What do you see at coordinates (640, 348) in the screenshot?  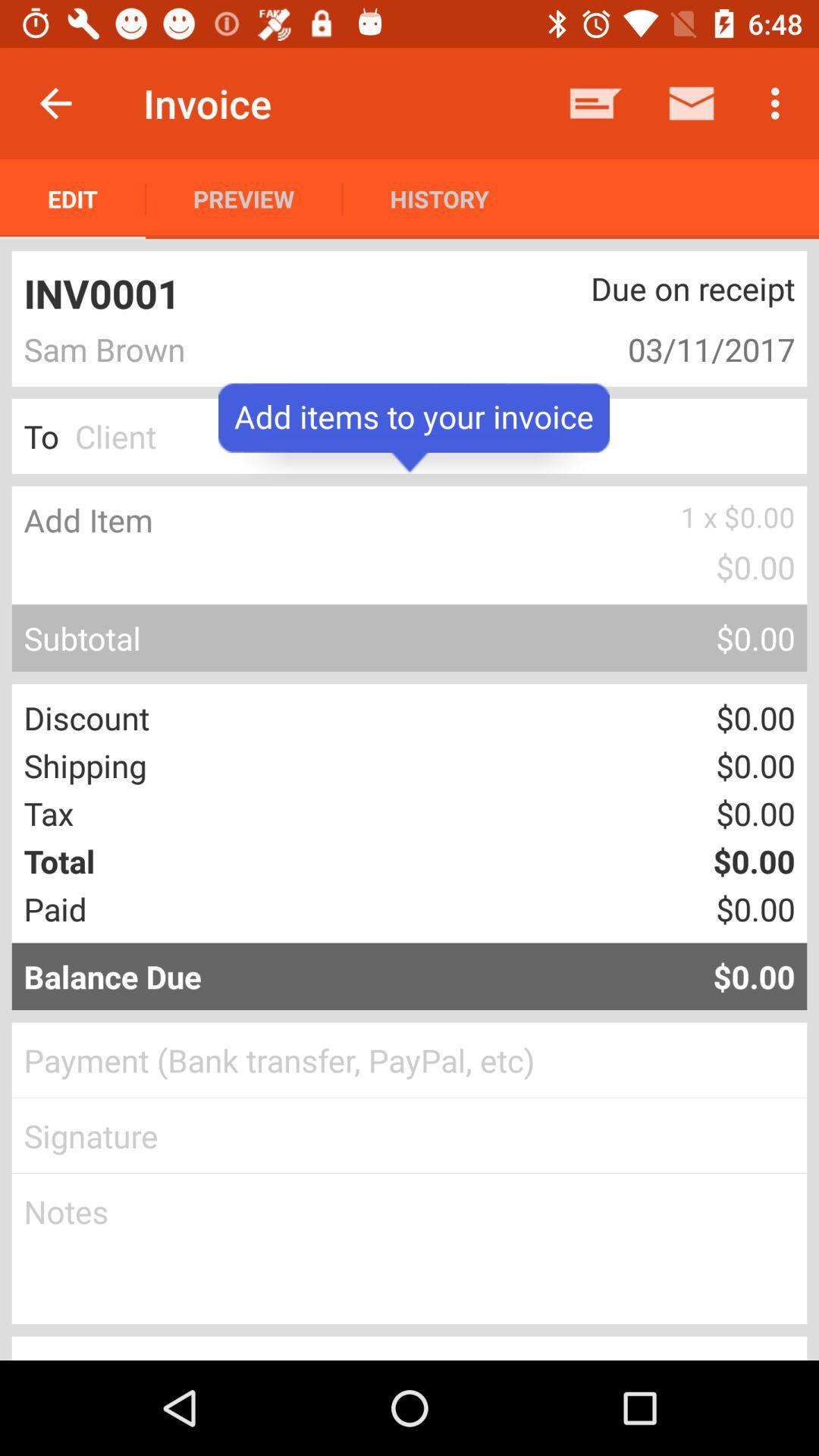 I see `the date below due on receipt` at bounding box center [640, 348].